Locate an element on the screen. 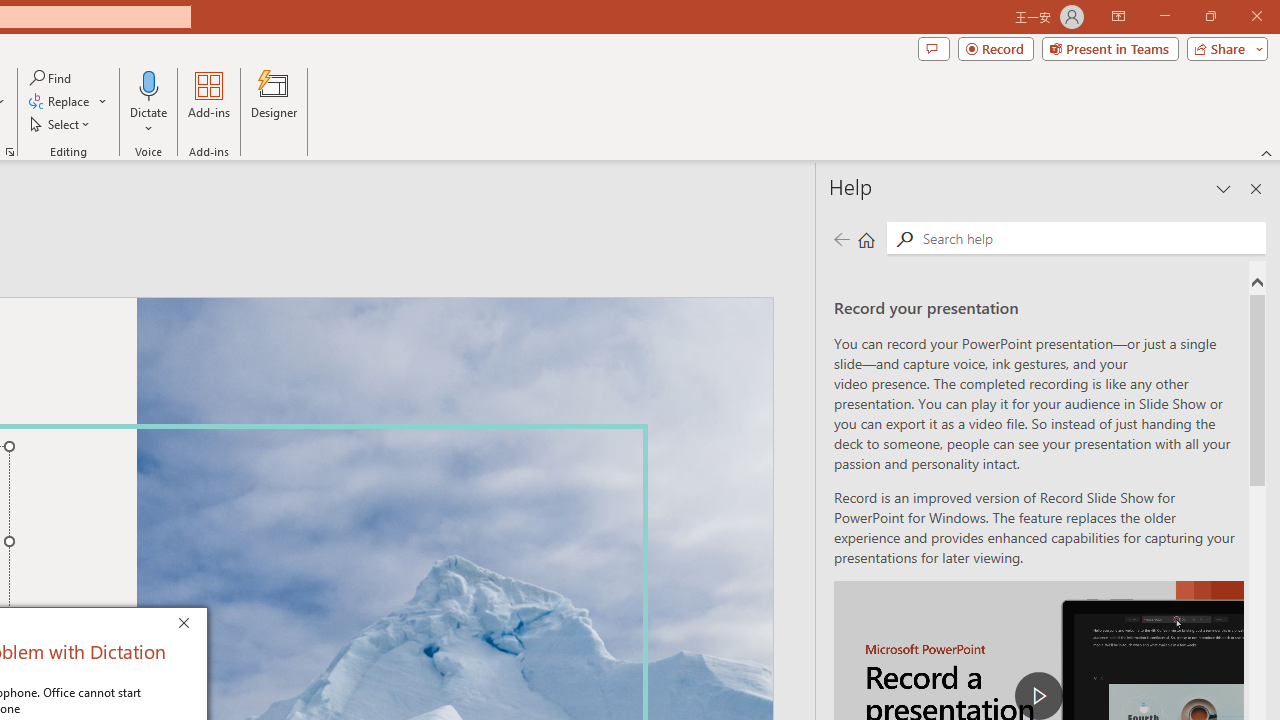 This screenshot has width=1280, height=720. 'Present in Teams' is located at coordinates (1109, 47).